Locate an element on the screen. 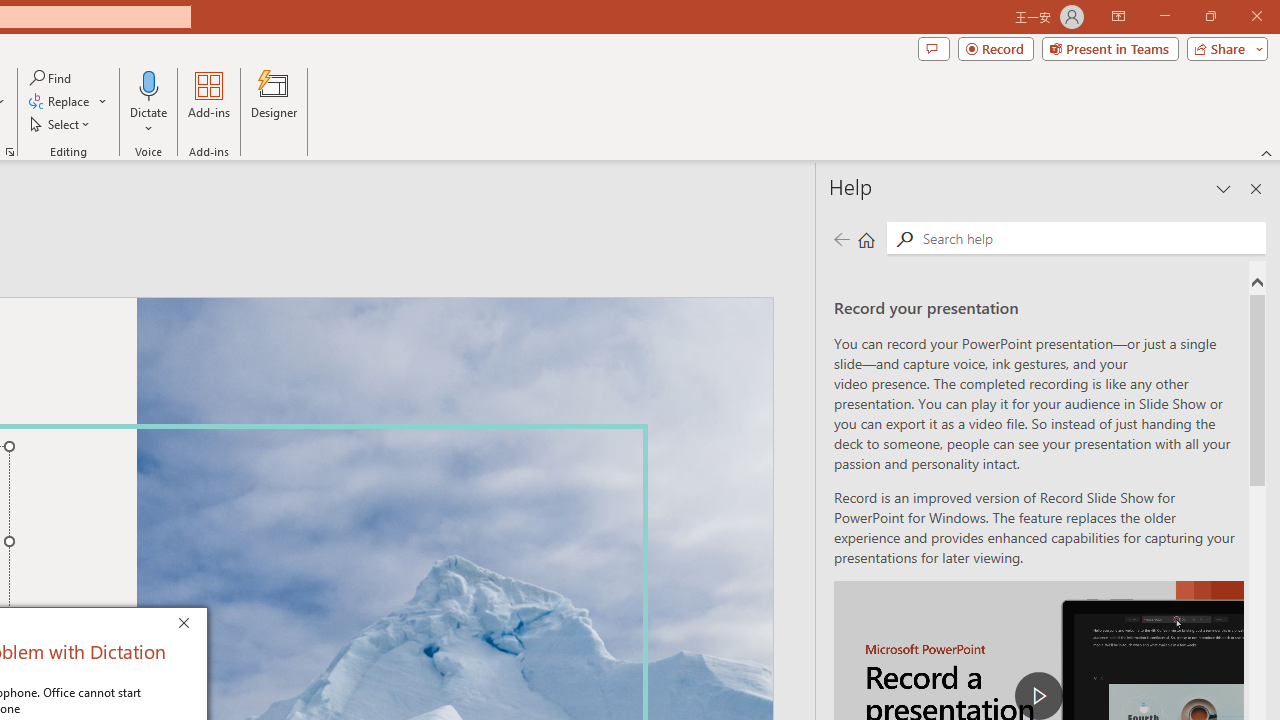 This screenshot has width=1280, height=720. 'Present in Teams' is located at coordinates (1109, 47).